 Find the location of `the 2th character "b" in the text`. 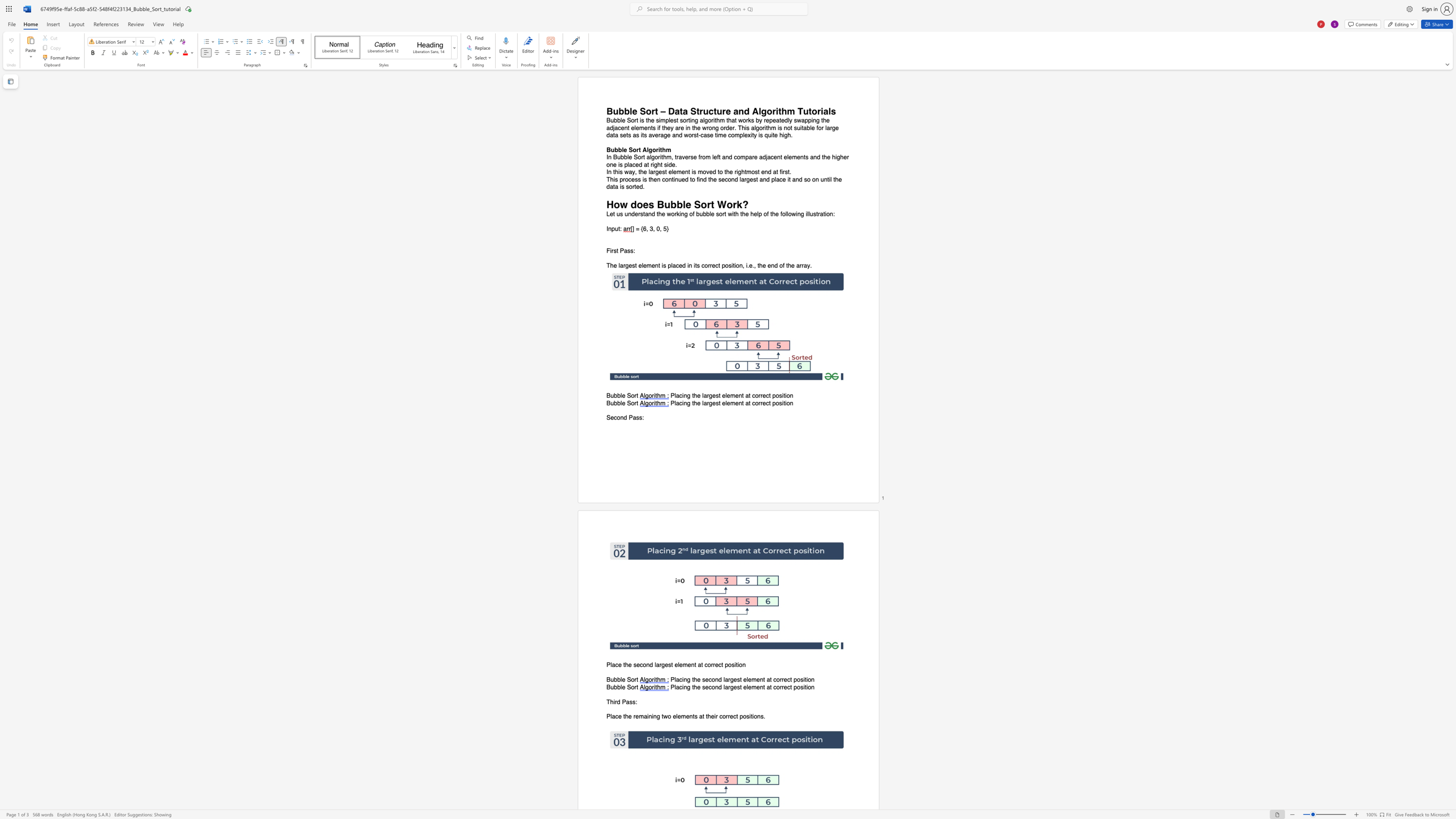

the 2th character "b" in the text is located at coordinates (619, 396).